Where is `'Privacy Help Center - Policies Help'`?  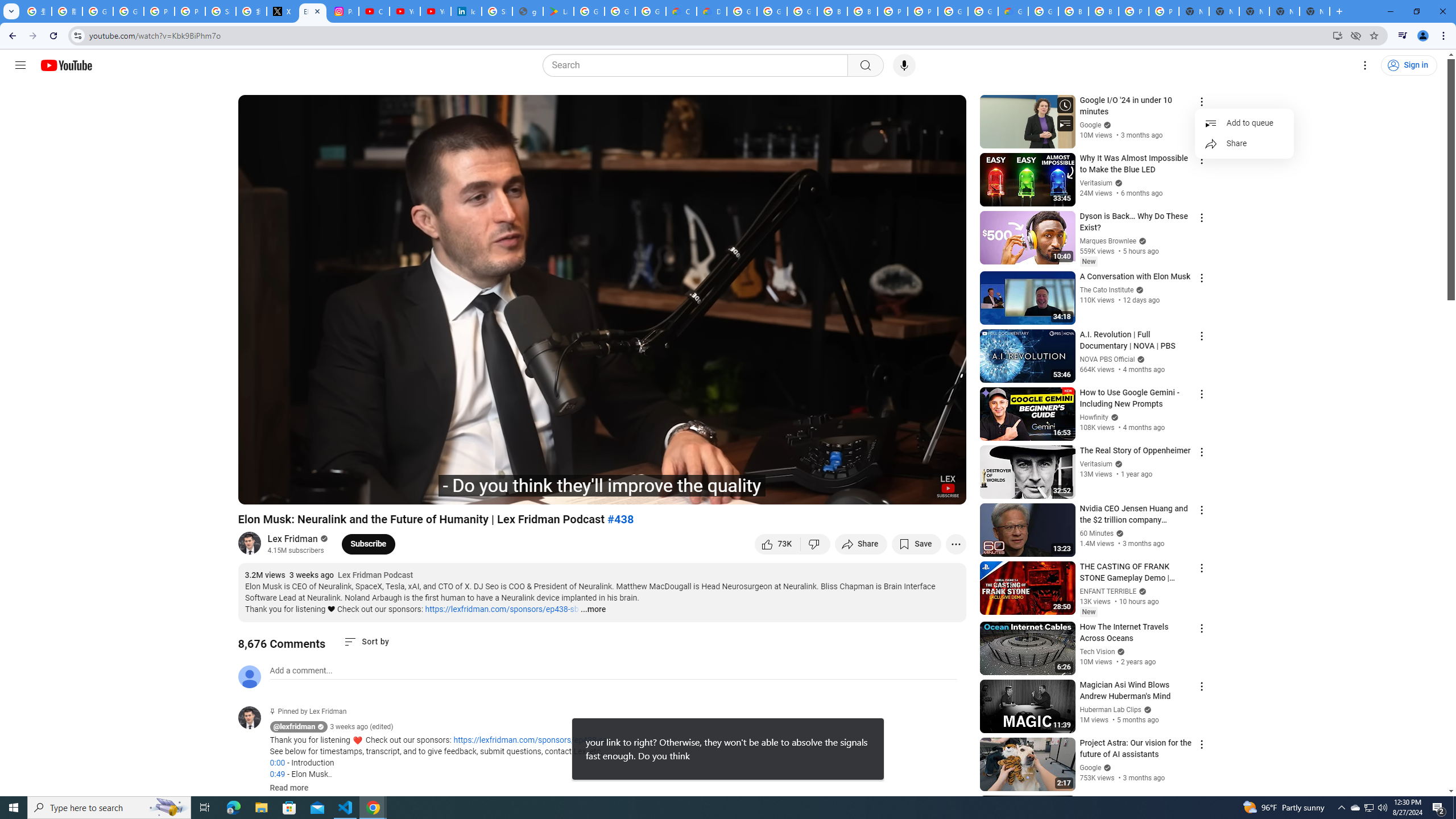 'Privacy Help Center - Policies Help' is located at coordinates (158, 11).